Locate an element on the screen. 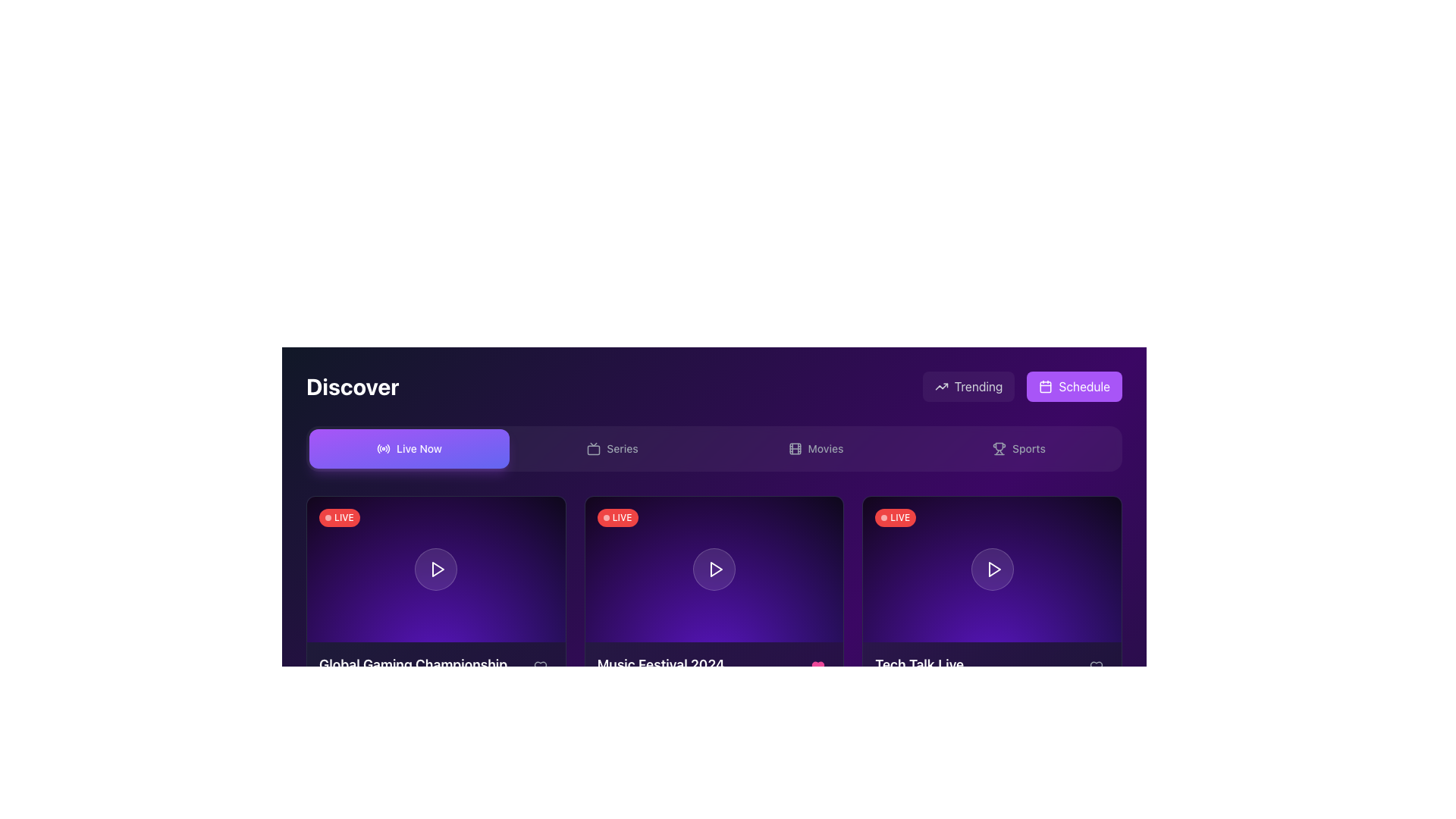 Image resolution: width=1456 pixels, height=819 pixels. the 'Trending' button, which has a rounded edge, dark theme, and a white line graph icon is located at coordinates (968, 385).